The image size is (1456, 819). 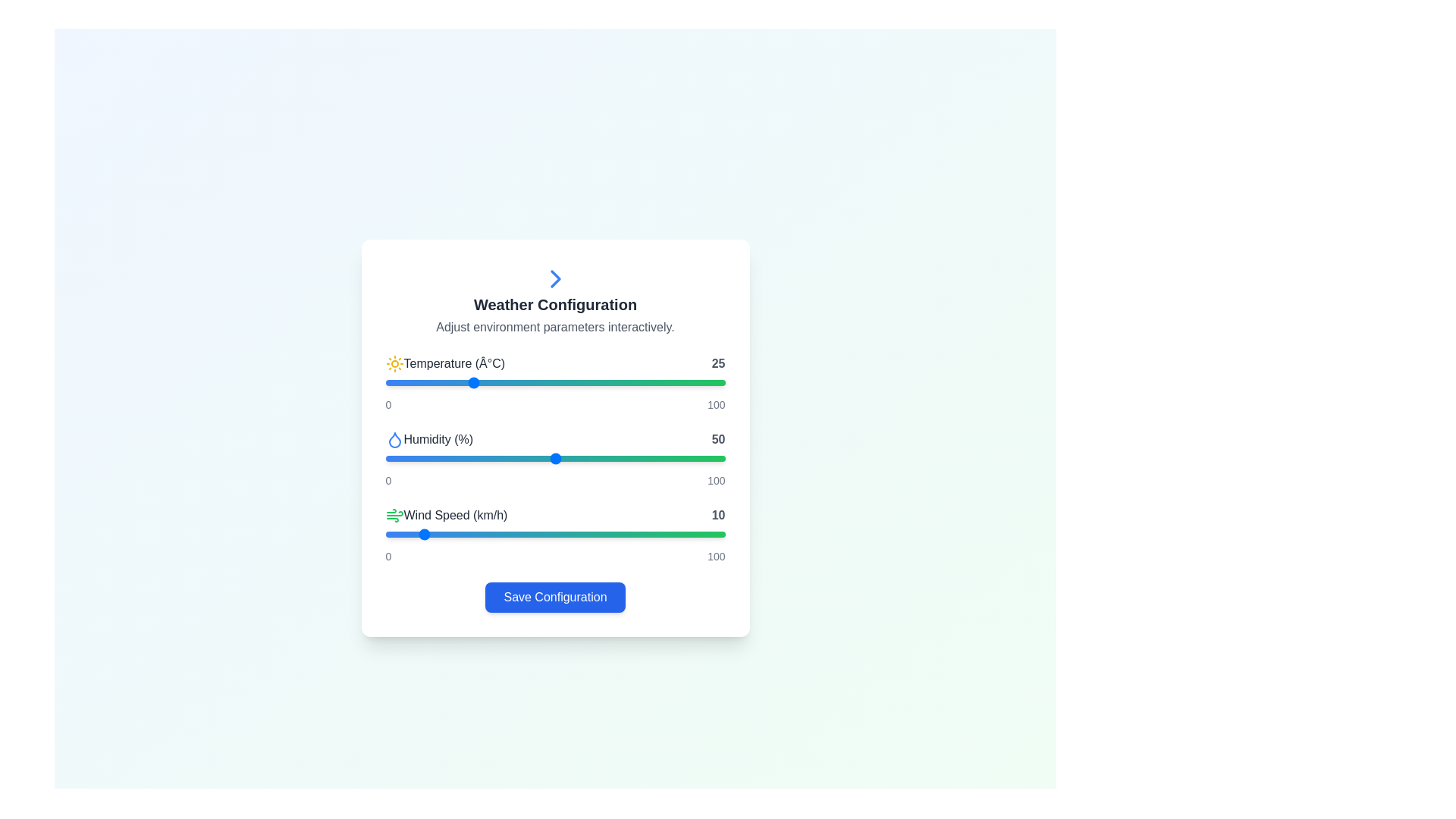 What do you see at coordinates (664, 458) in the screenshot?
I see `the humidity level` at bounding box center [664, 458].